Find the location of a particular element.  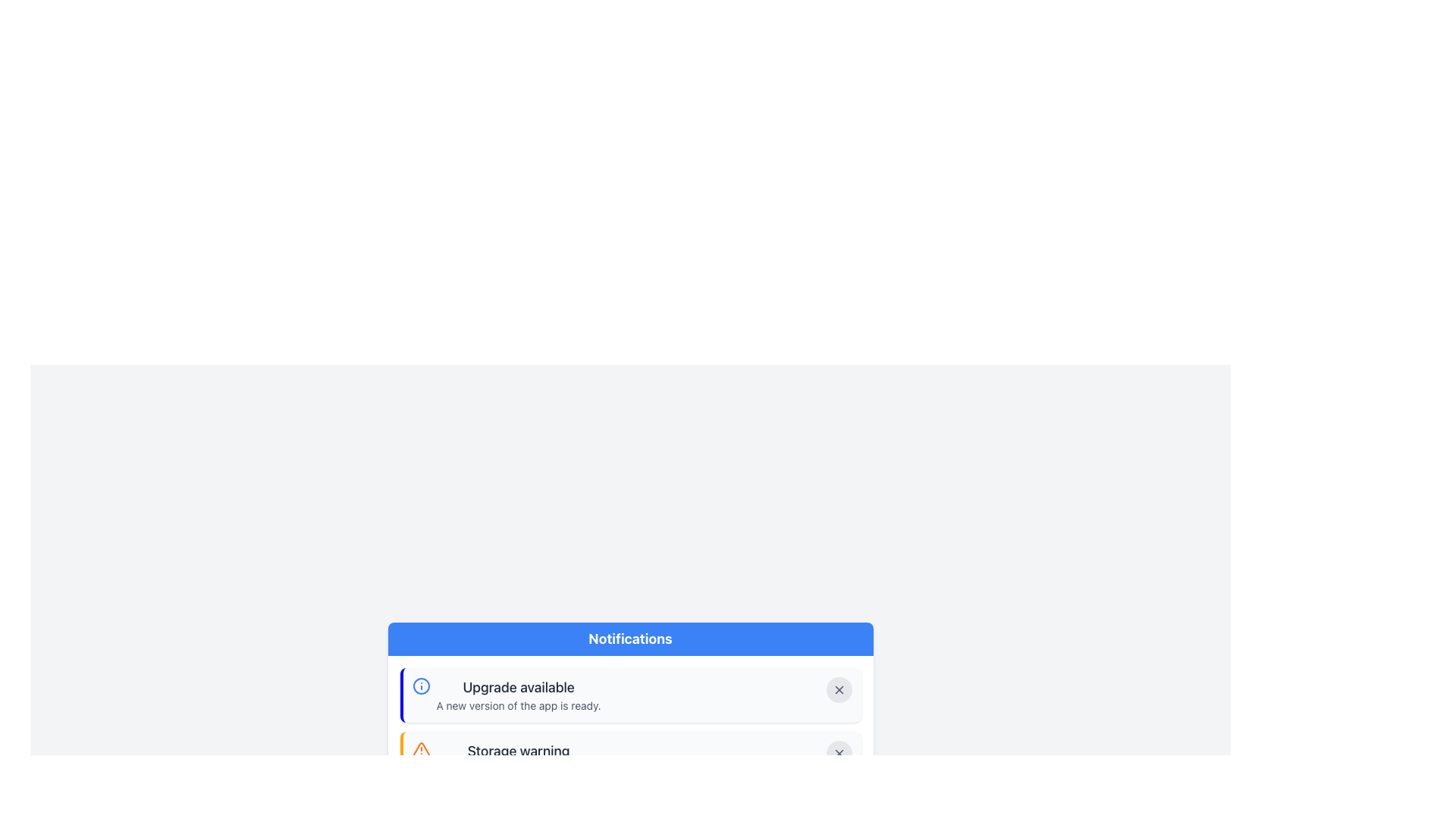

the interactive Notification Text element that displays 'Upgrade available' and 'A new version of the app is ready.' is located at coordinates (519, 695).